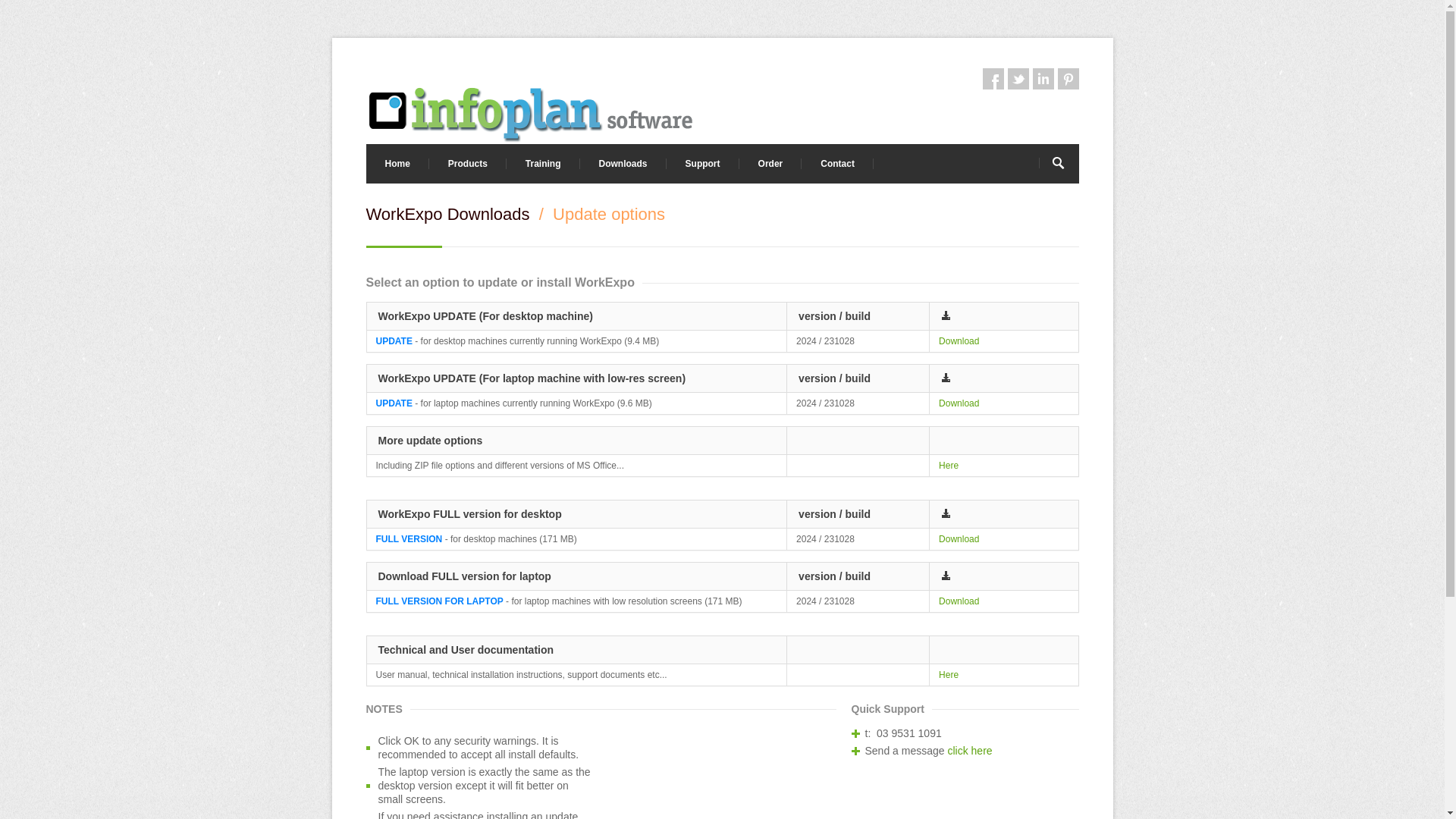  I want to click on 'FULL VERSION FOR LAPTOP', so click(439, 601).